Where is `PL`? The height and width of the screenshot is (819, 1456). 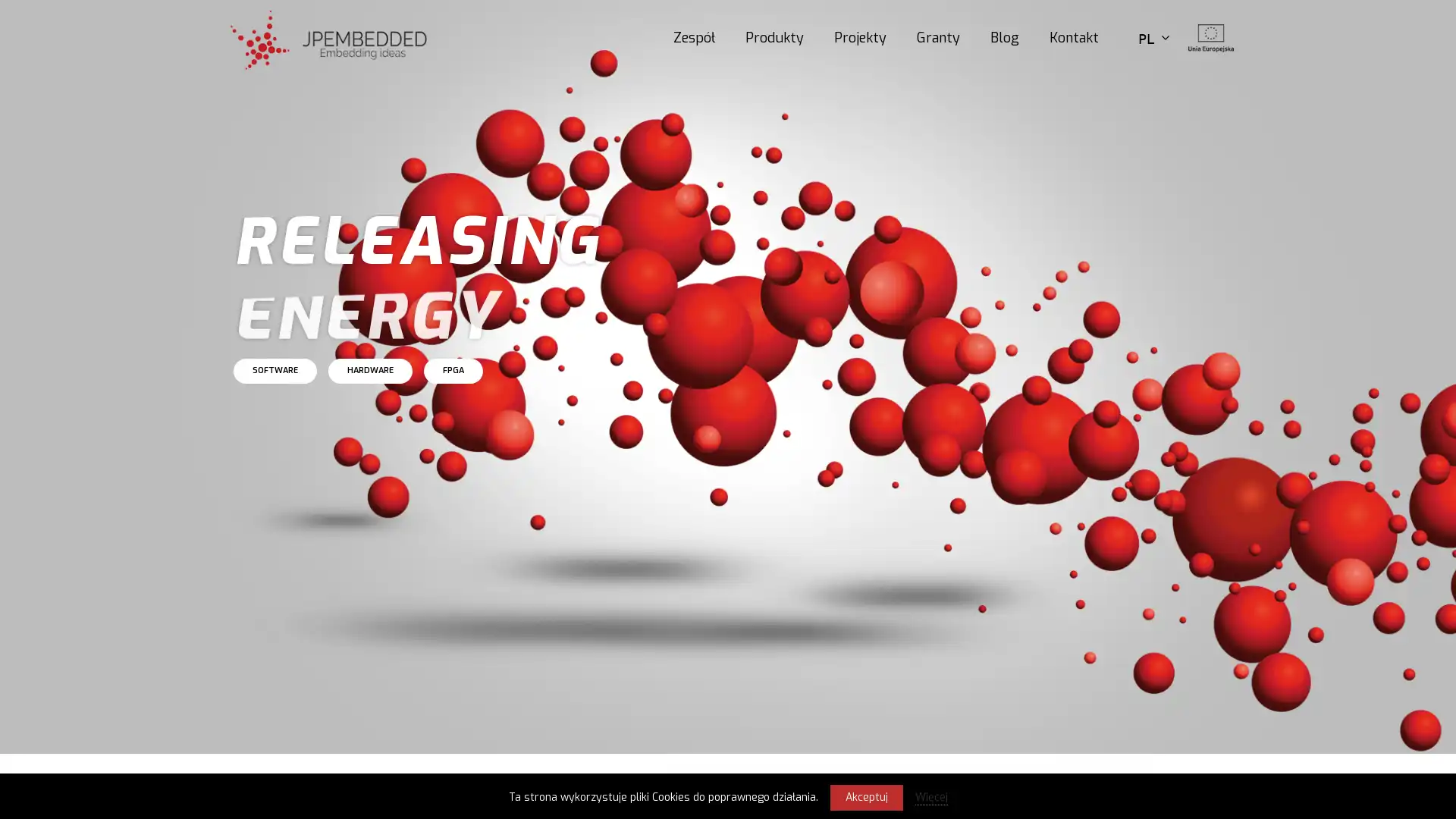 PL is located at coordinates (1153, 36).